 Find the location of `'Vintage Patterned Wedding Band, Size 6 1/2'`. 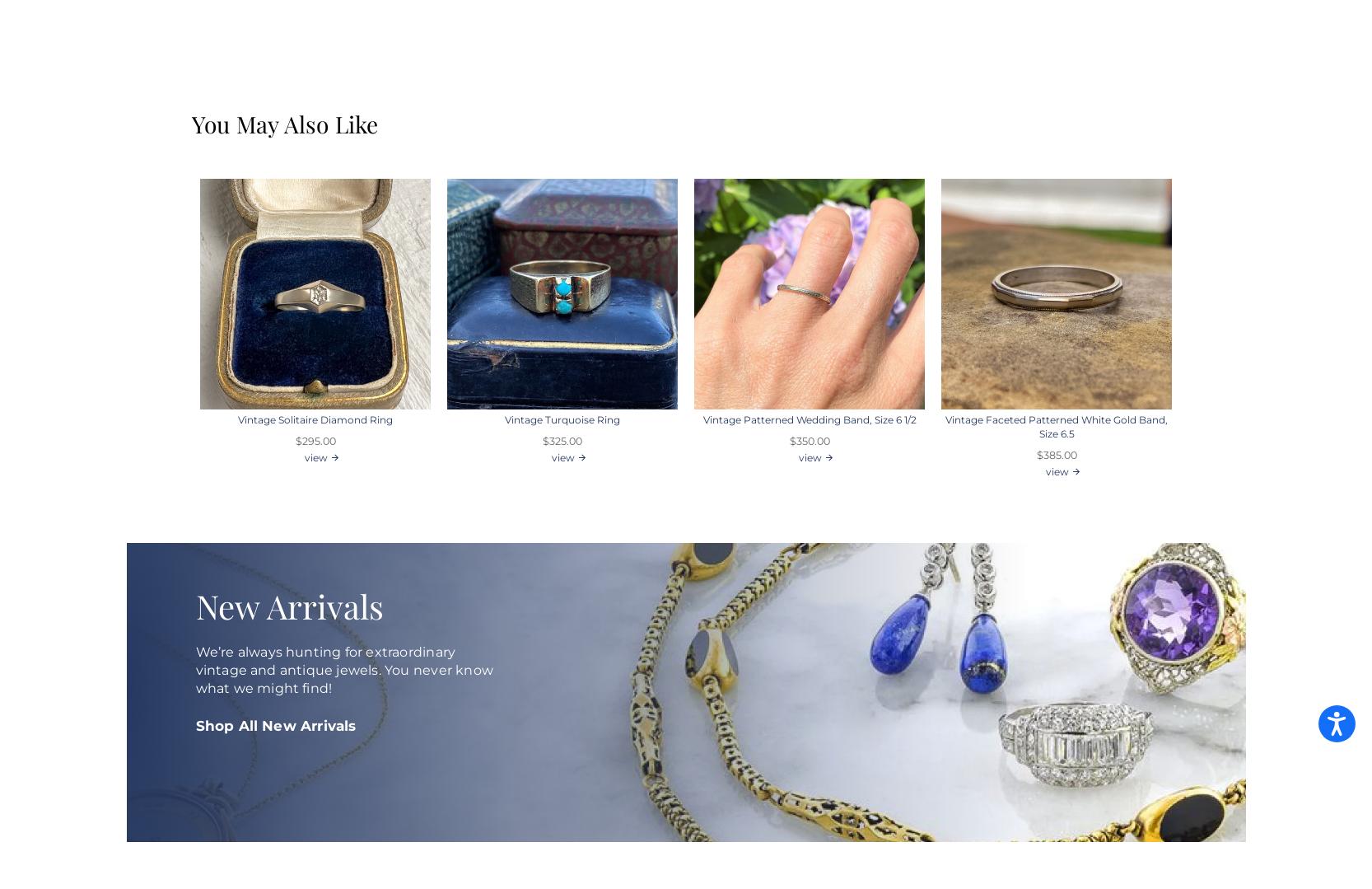

'Vintage Patterned Wedding Band, Size 6 1/2' is located at coordinates (702, 419).